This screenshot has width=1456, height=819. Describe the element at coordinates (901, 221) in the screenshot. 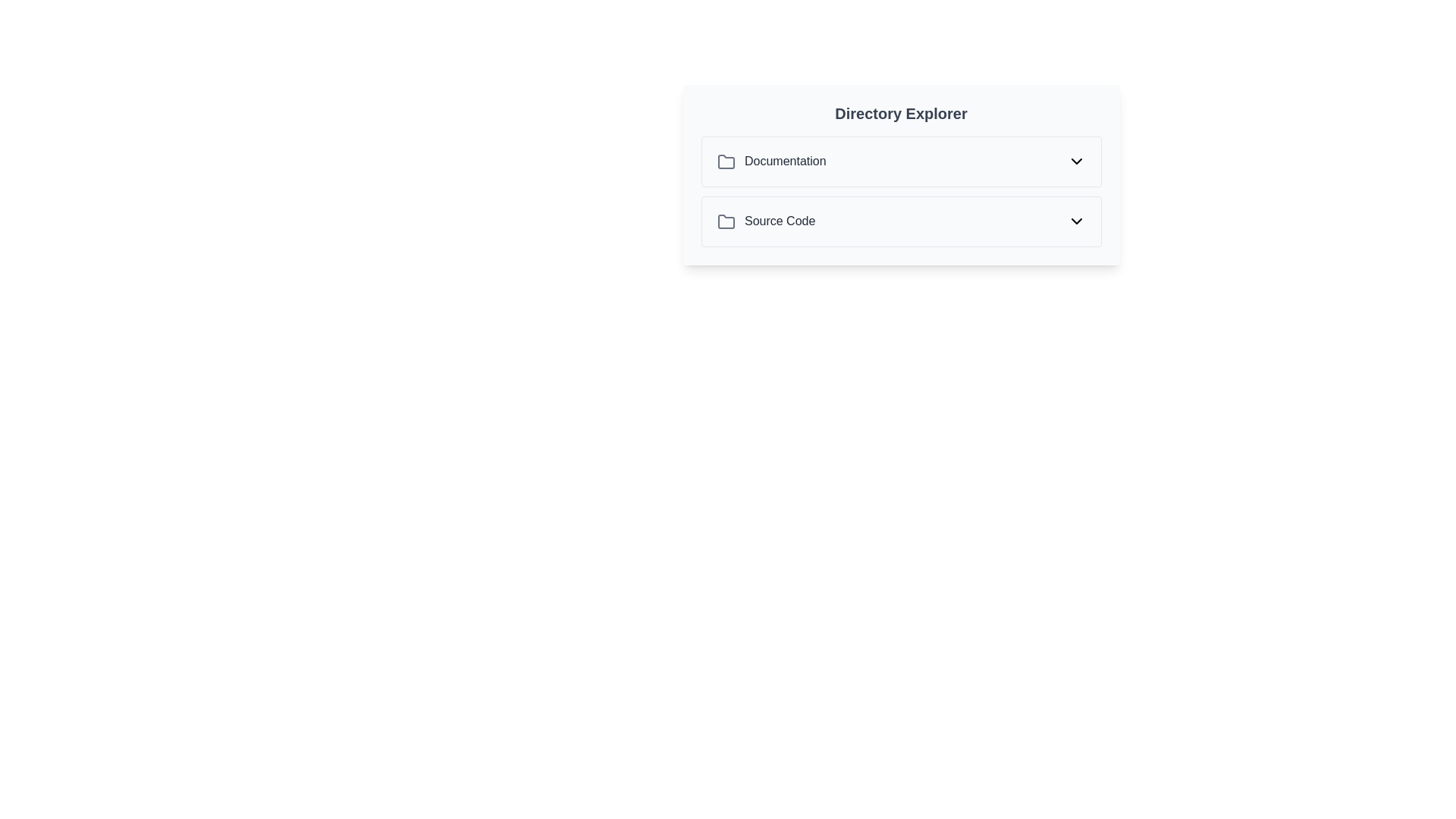

I see `the second list item representing 'Source Code' for keyboard navigation` at that location.